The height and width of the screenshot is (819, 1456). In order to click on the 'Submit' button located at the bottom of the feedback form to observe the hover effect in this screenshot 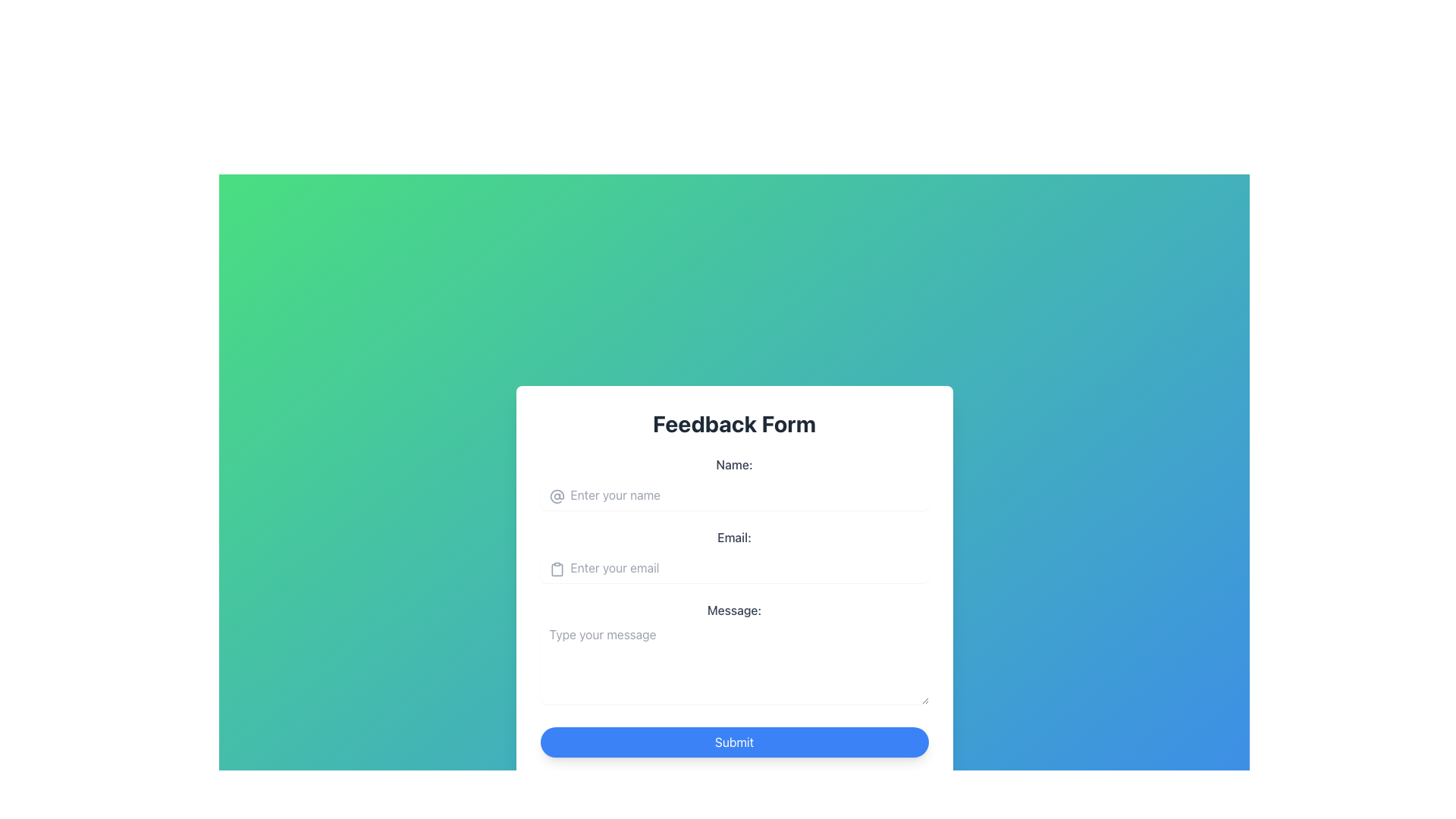, I will do `click(734, 742)`.